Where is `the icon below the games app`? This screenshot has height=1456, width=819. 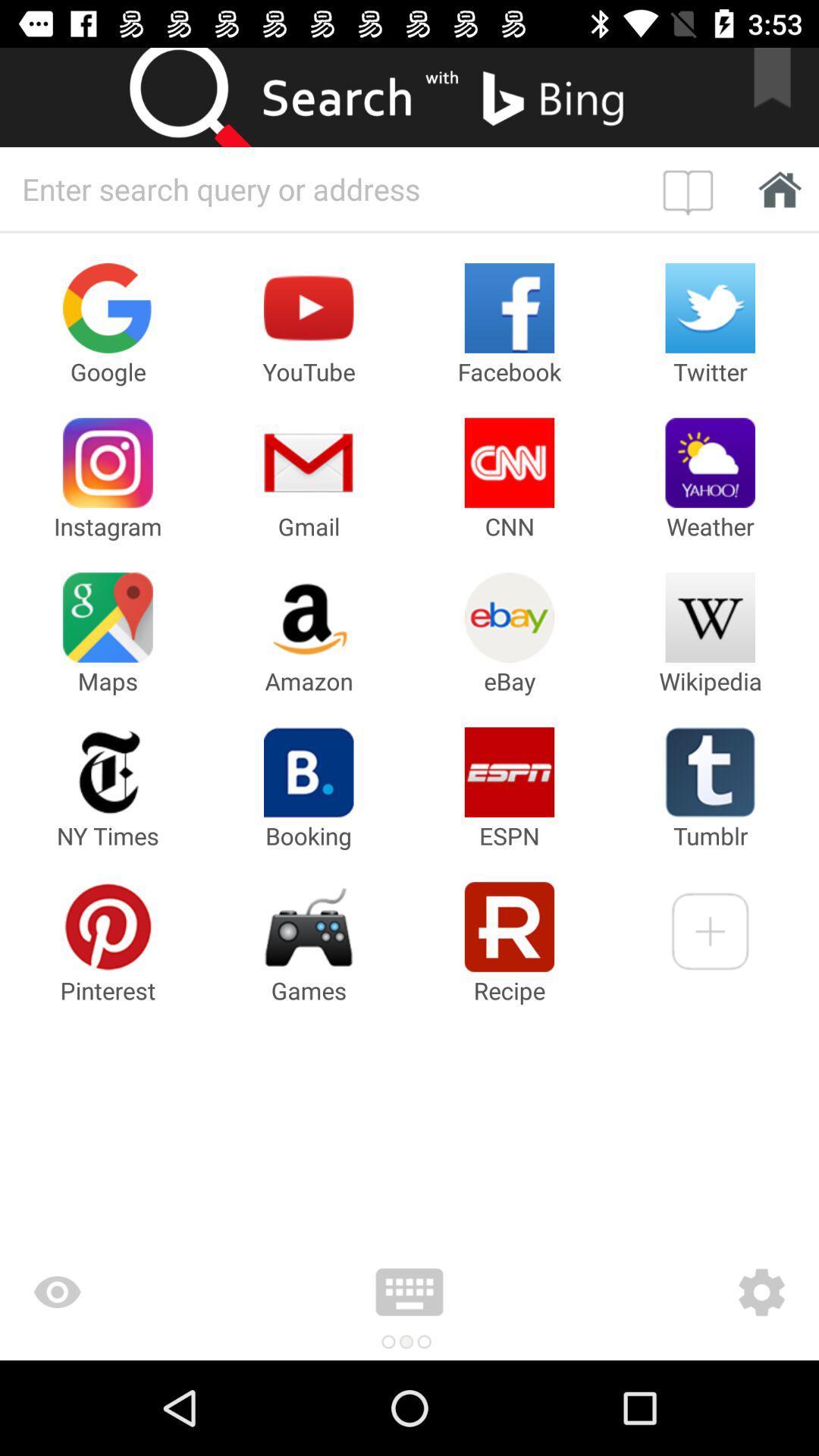 the icon below the games app is located at coordinates (409, 1291).